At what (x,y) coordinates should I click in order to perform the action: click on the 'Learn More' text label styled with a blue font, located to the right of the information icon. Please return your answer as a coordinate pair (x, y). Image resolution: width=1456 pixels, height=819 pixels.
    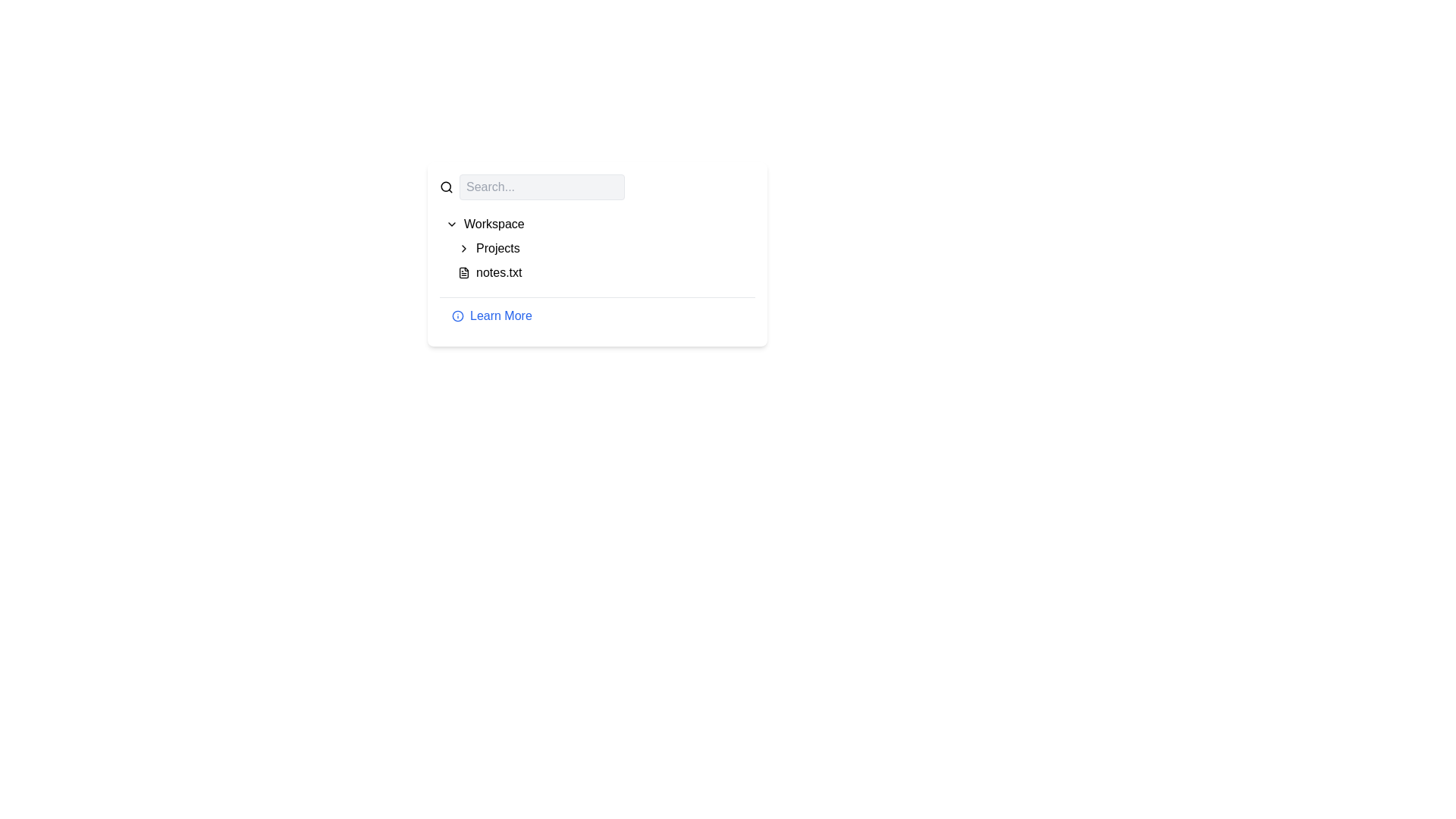
    Looking at the image, I should click on (500, 315).